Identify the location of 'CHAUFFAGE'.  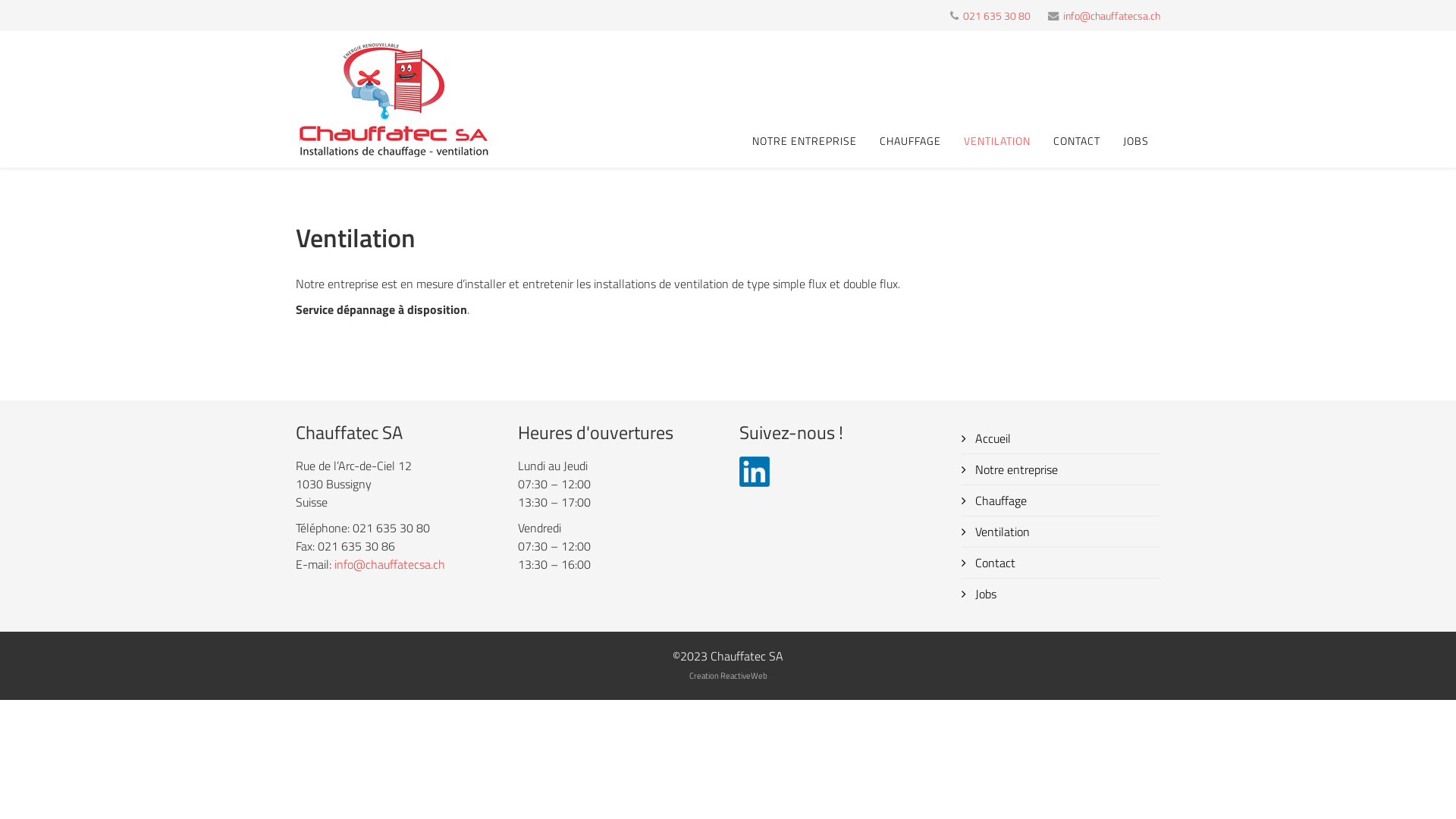
(910, 140).